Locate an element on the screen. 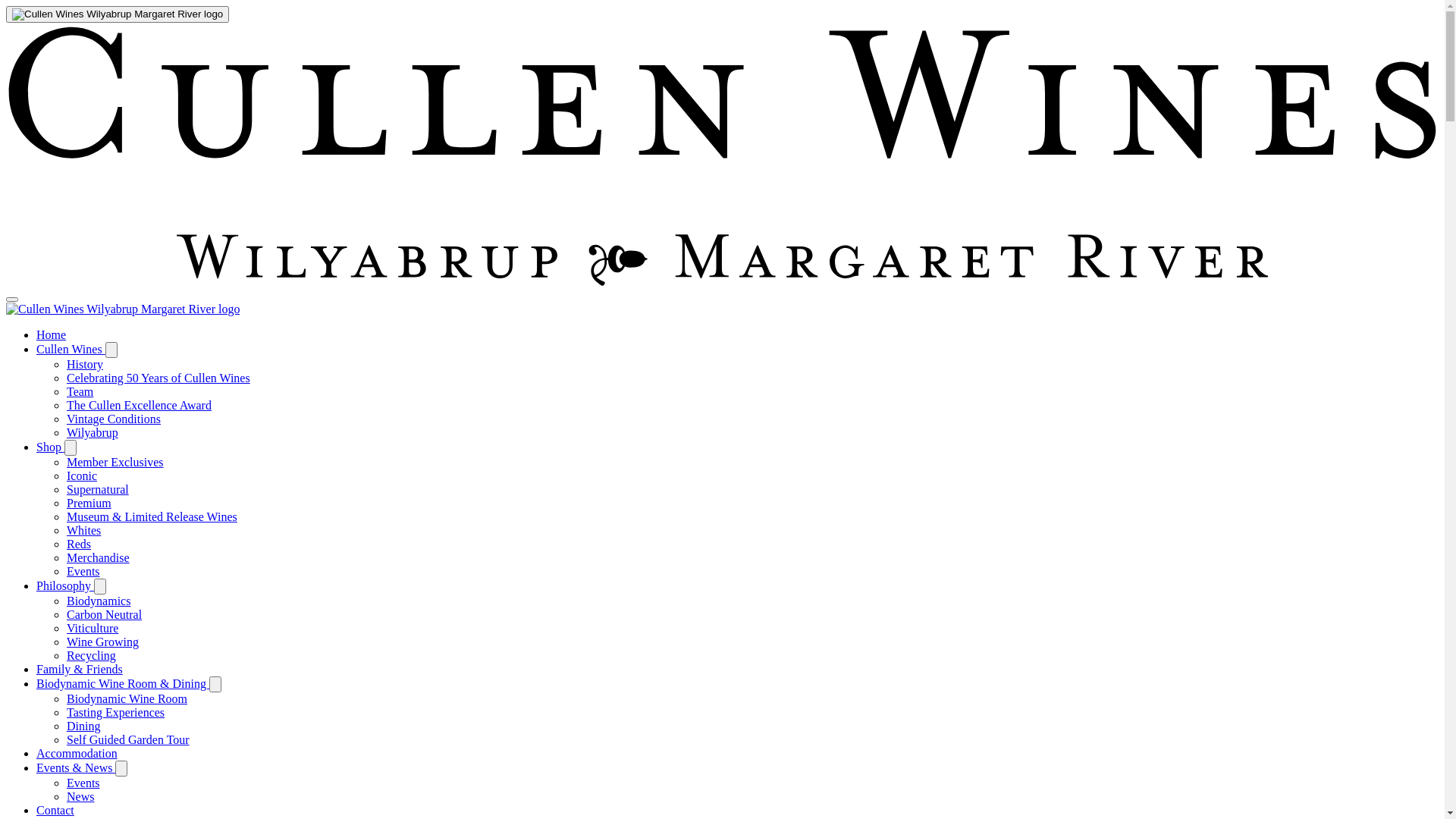 This screenshot has width=1456, height=819. 'Wilyabrup' is located at coordinates (91, 432).